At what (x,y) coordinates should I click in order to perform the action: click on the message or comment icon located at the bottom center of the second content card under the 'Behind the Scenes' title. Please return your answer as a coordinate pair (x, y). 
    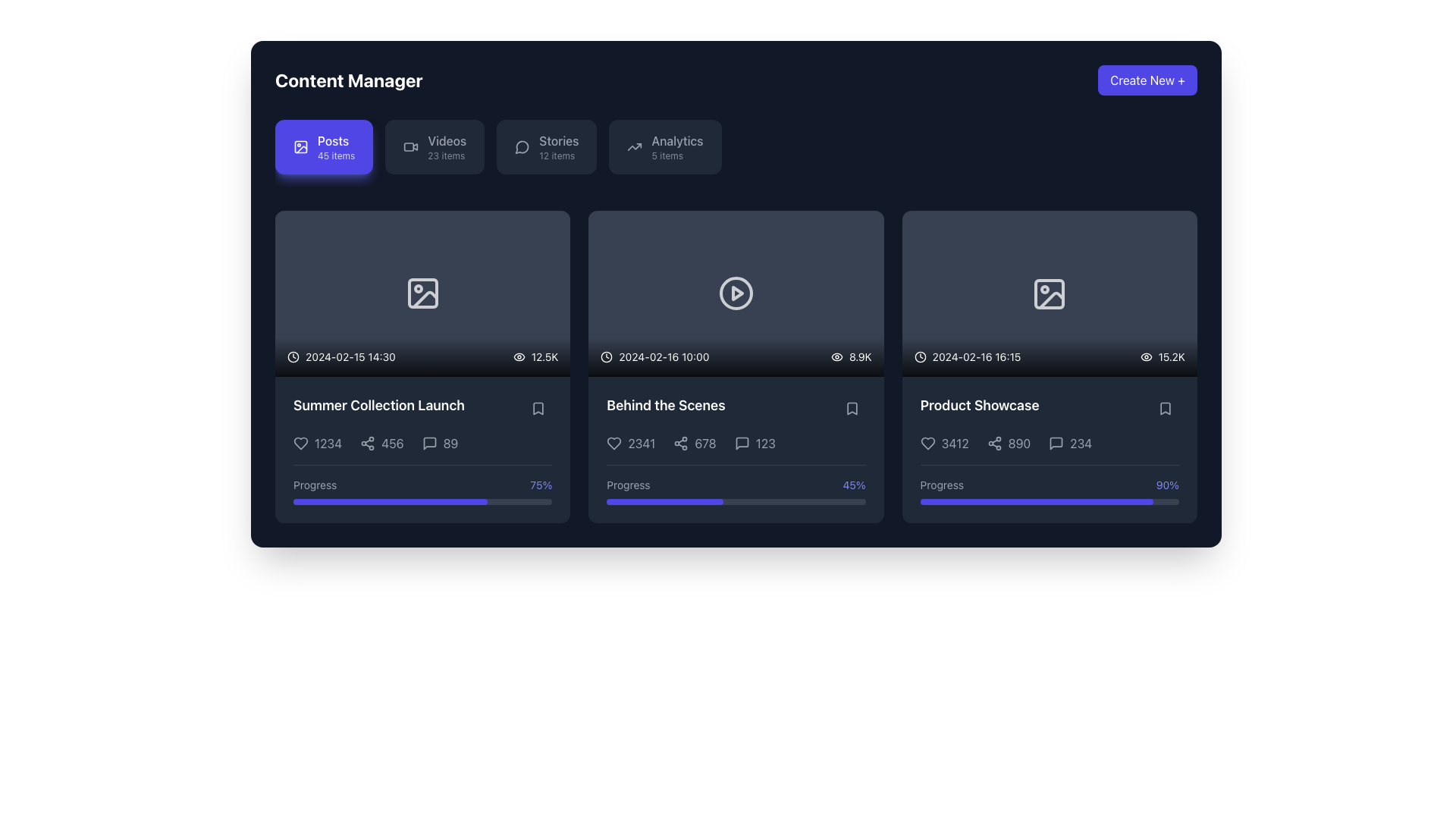
    Looking at the image, I should click on (742, 443).